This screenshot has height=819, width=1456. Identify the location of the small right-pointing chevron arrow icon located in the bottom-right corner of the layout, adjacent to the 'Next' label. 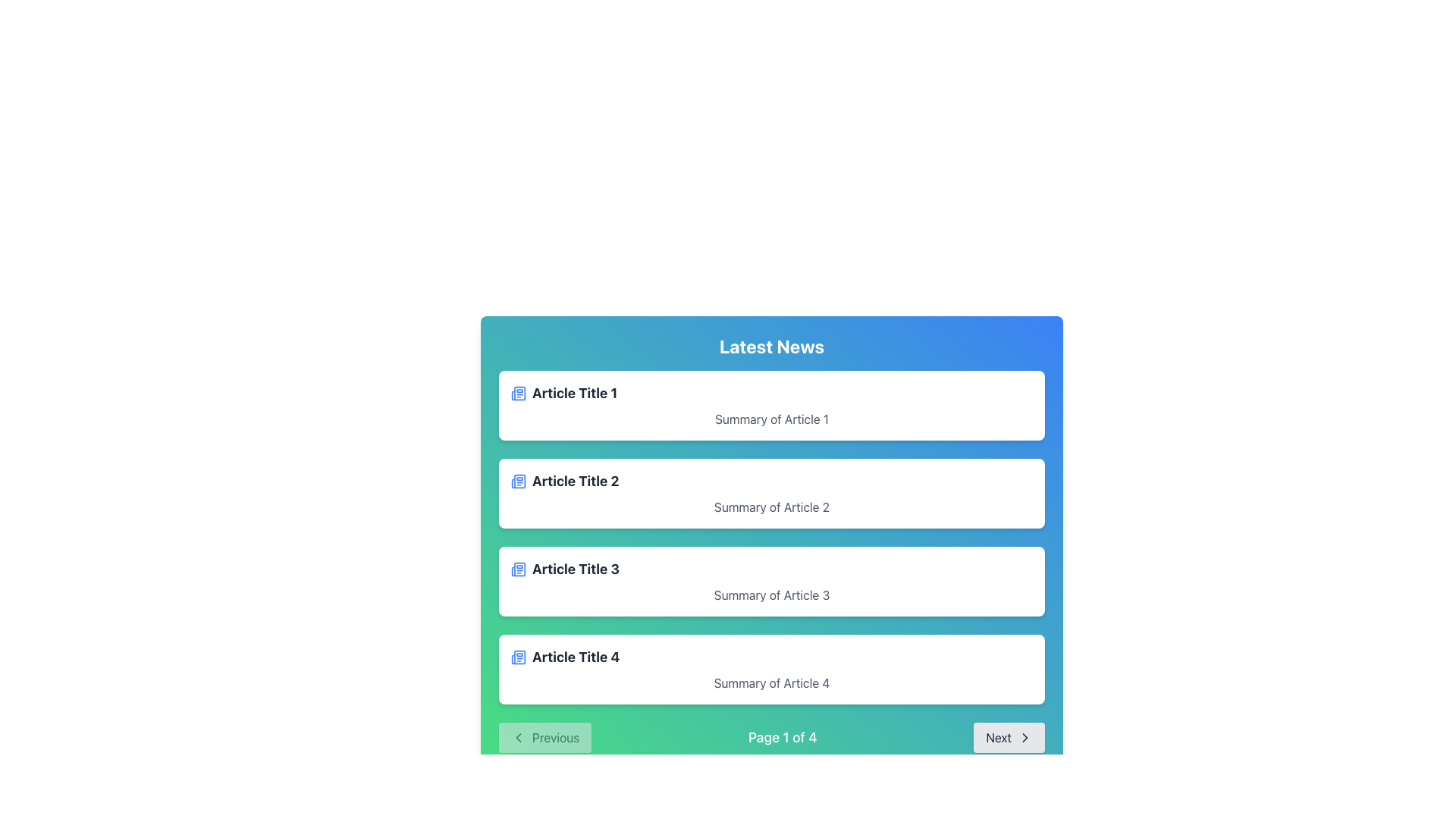
(1025, 736).